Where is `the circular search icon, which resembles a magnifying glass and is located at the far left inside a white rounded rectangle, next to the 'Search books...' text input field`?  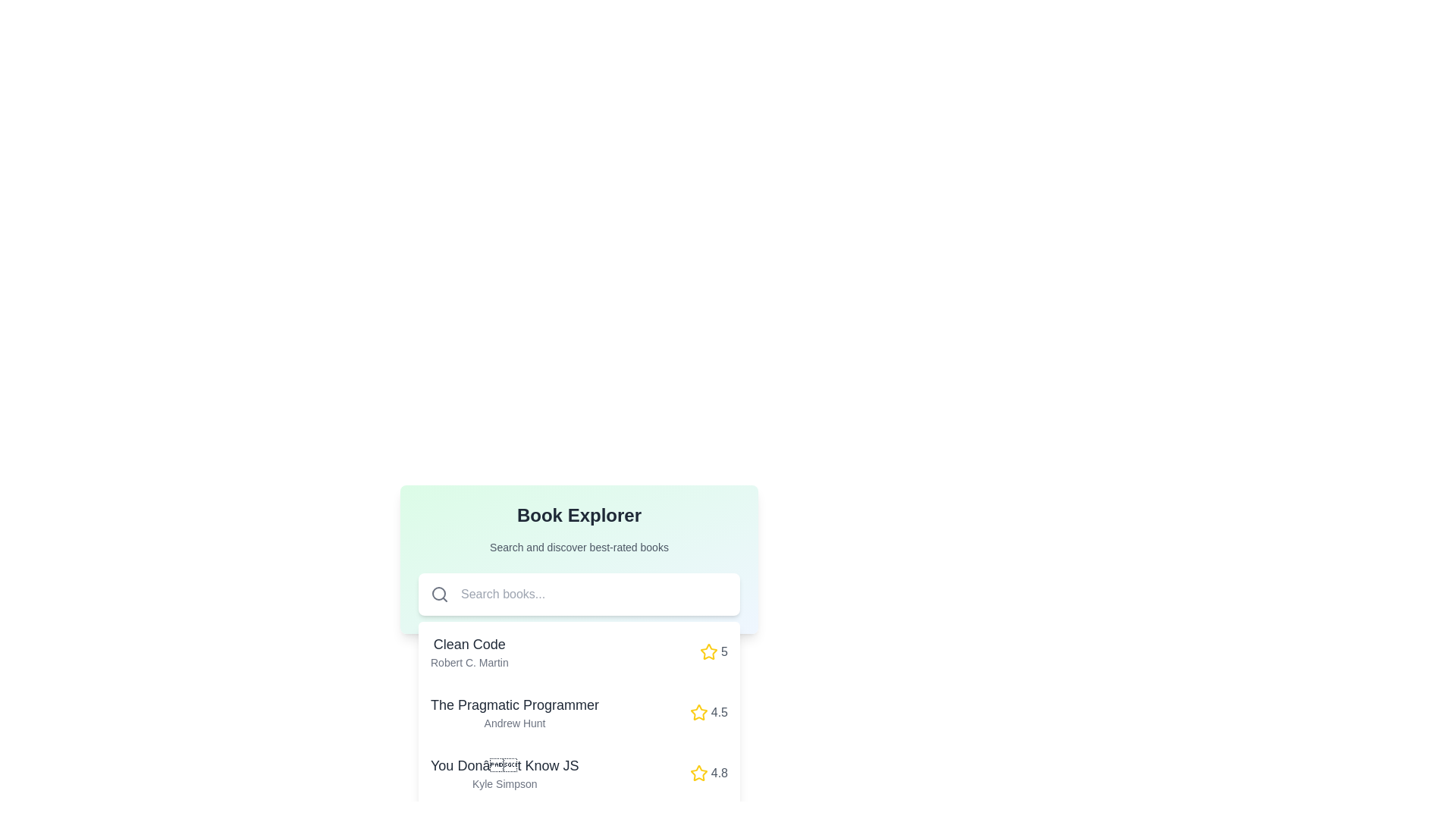
the circular search icon, which resembles a magnifying glass and is located at the far left inside a white rounded rectangle, next to the 'Search books...' text input field is located at coordinates (439, 593).